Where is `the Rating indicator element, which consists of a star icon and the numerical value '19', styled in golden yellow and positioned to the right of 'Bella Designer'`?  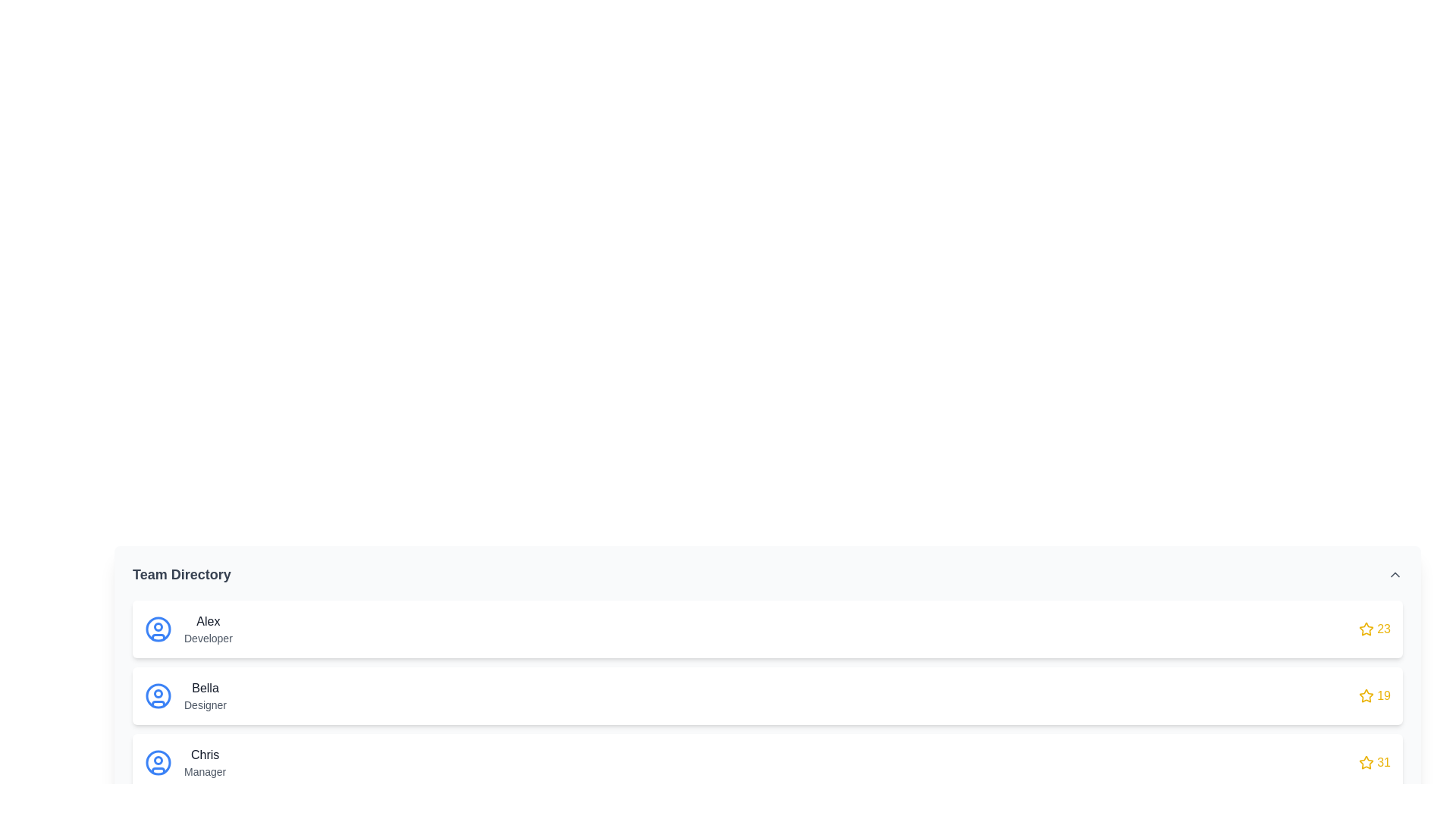
the Rating indicator element, which consists of a star icon and the numerical value '19', styled in golden yellow and positioned to the right of 'Bella Designer' is located at coordinates (1375, 696).